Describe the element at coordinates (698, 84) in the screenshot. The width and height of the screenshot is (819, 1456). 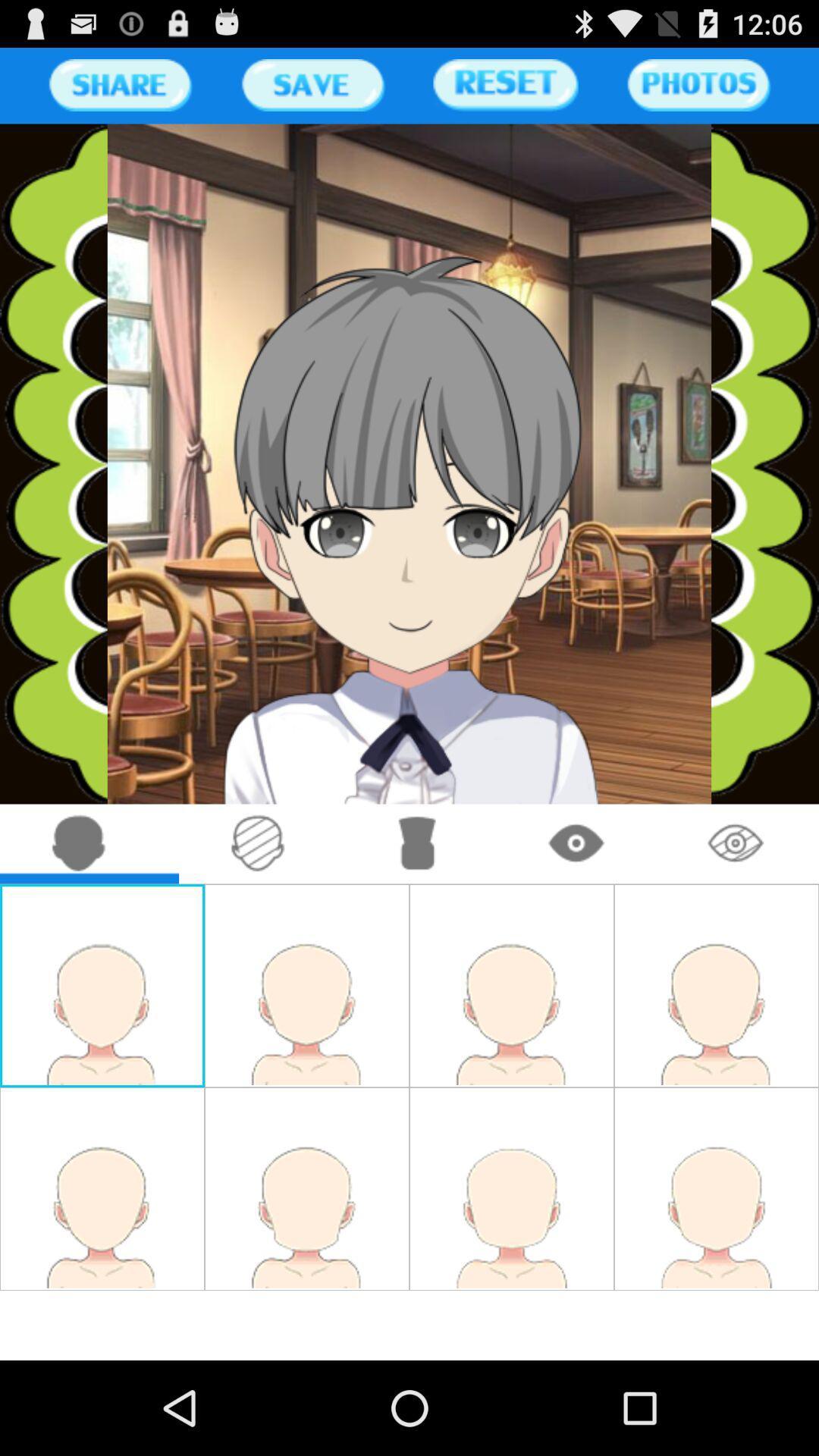
I see `open photos` at that location.